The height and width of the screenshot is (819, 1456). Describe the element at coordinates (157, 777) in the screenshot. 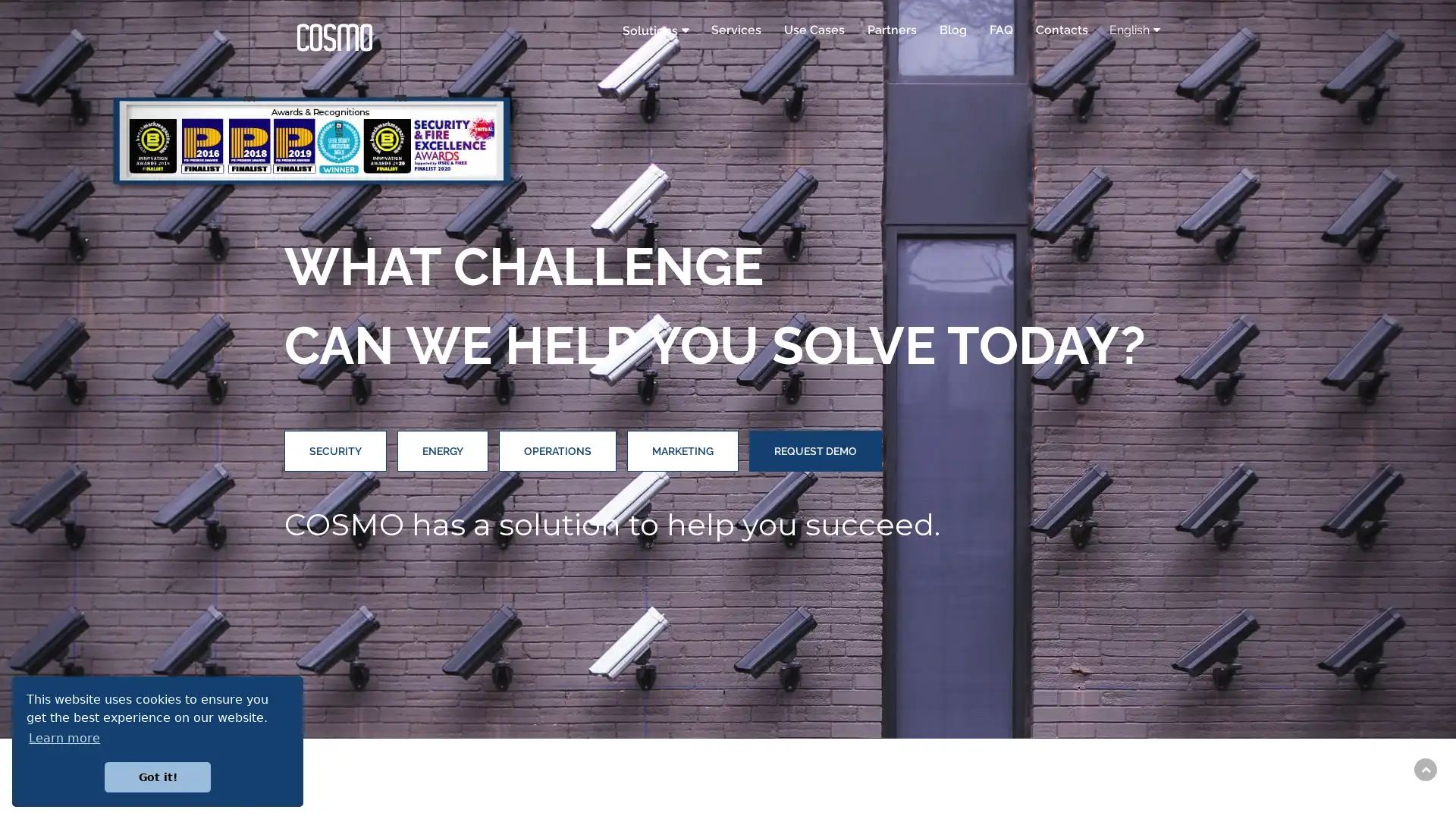

I see `dismiss cookie message` at that location.